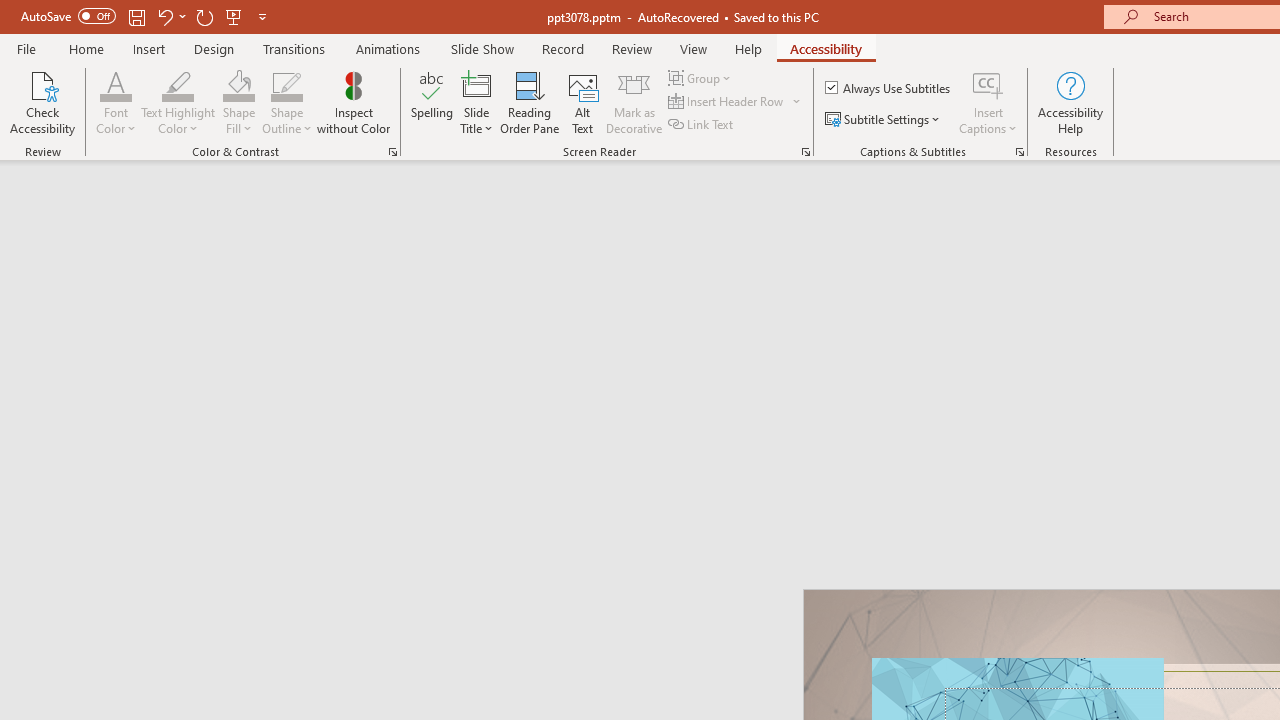 The image size is (1280, 720). What do you see at coordinates (529, 103) in the screenshot?
I see `'Reading Order Pane'` at bounding box center [529, 103].